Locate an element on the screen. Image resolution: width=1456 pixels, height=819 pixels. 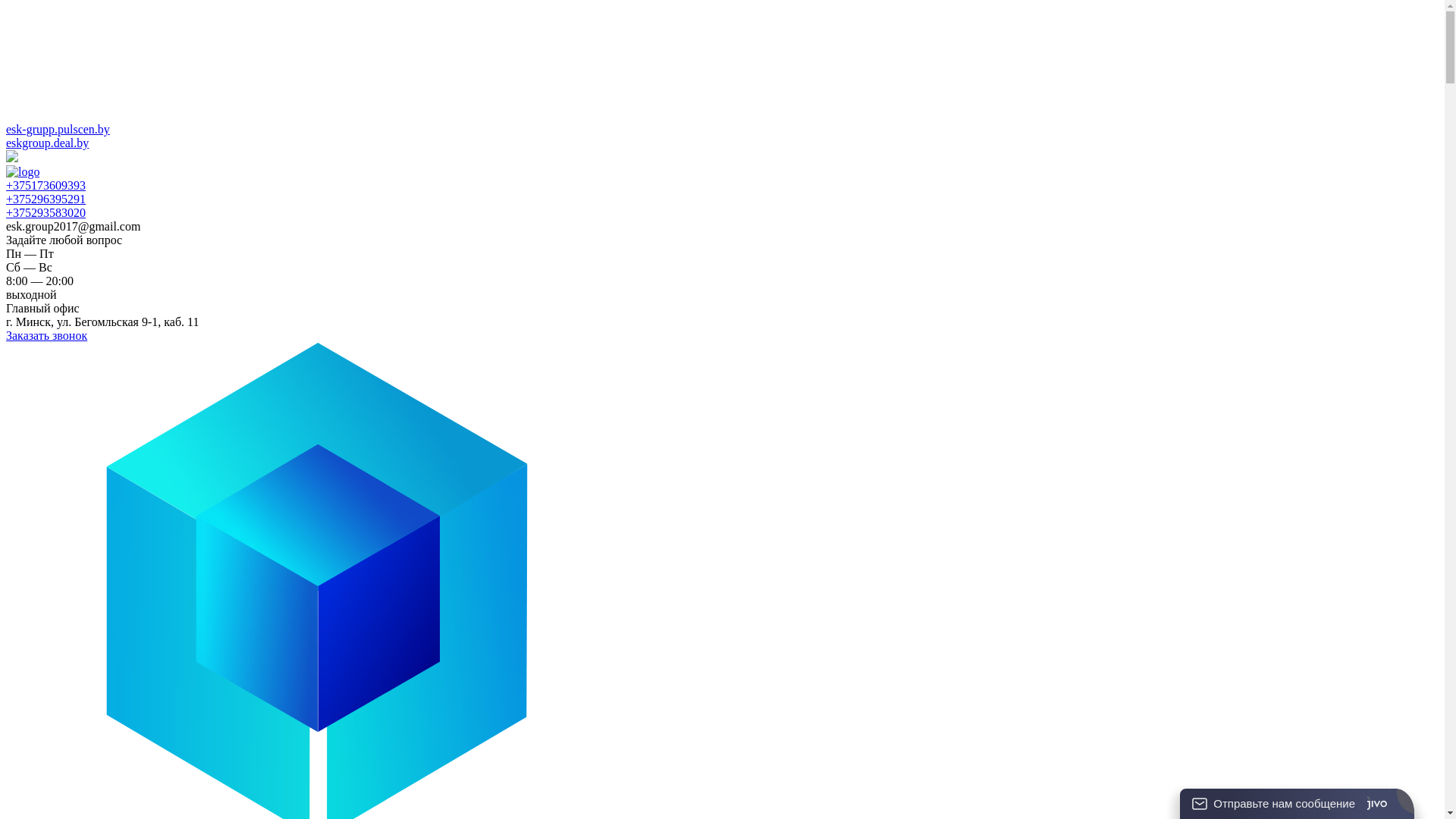
'eskgroup.deal.by' is located at coordinates (47, 143).